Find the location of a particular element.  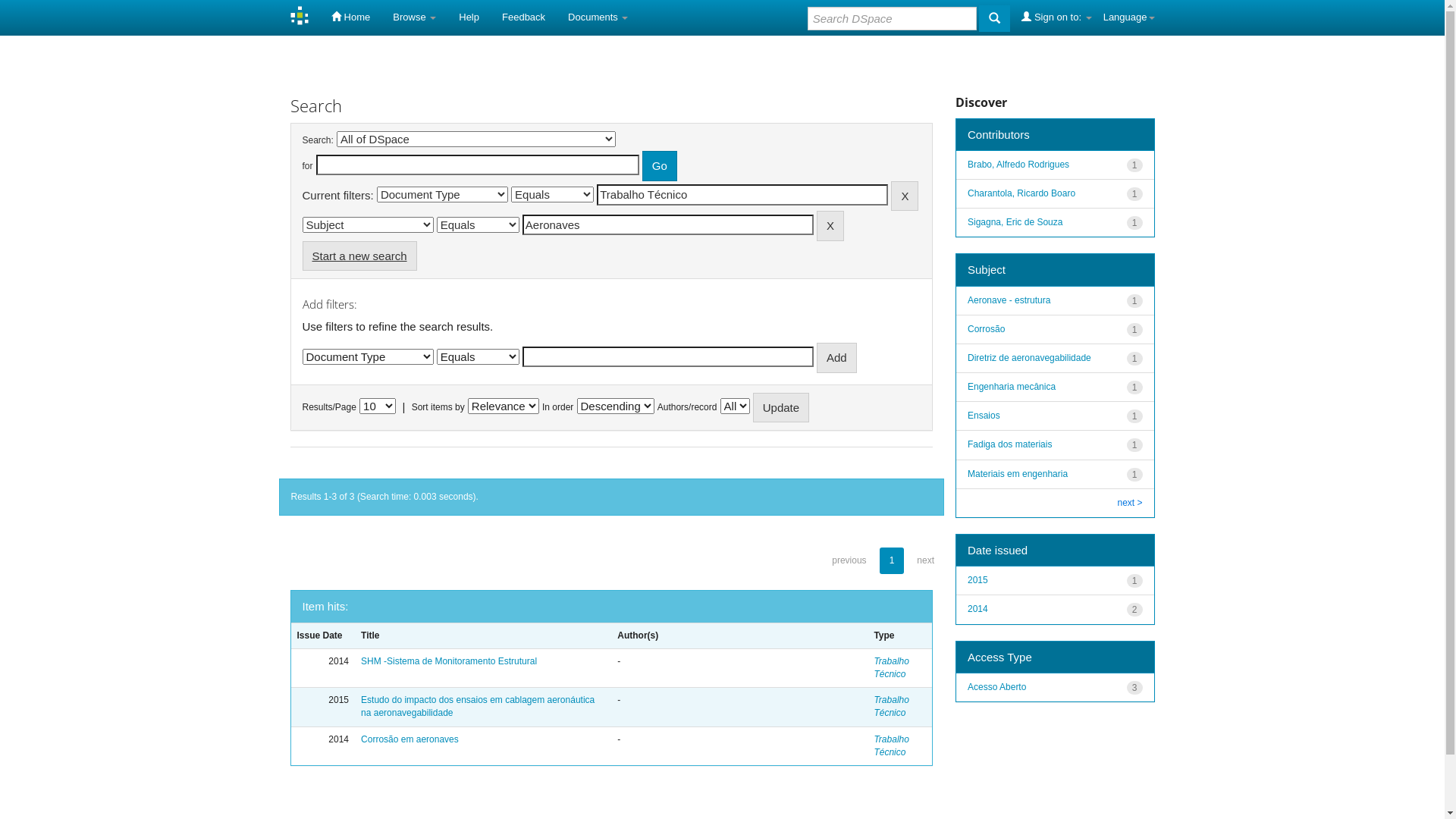

'Language' is located at coordinates (1128, 17).